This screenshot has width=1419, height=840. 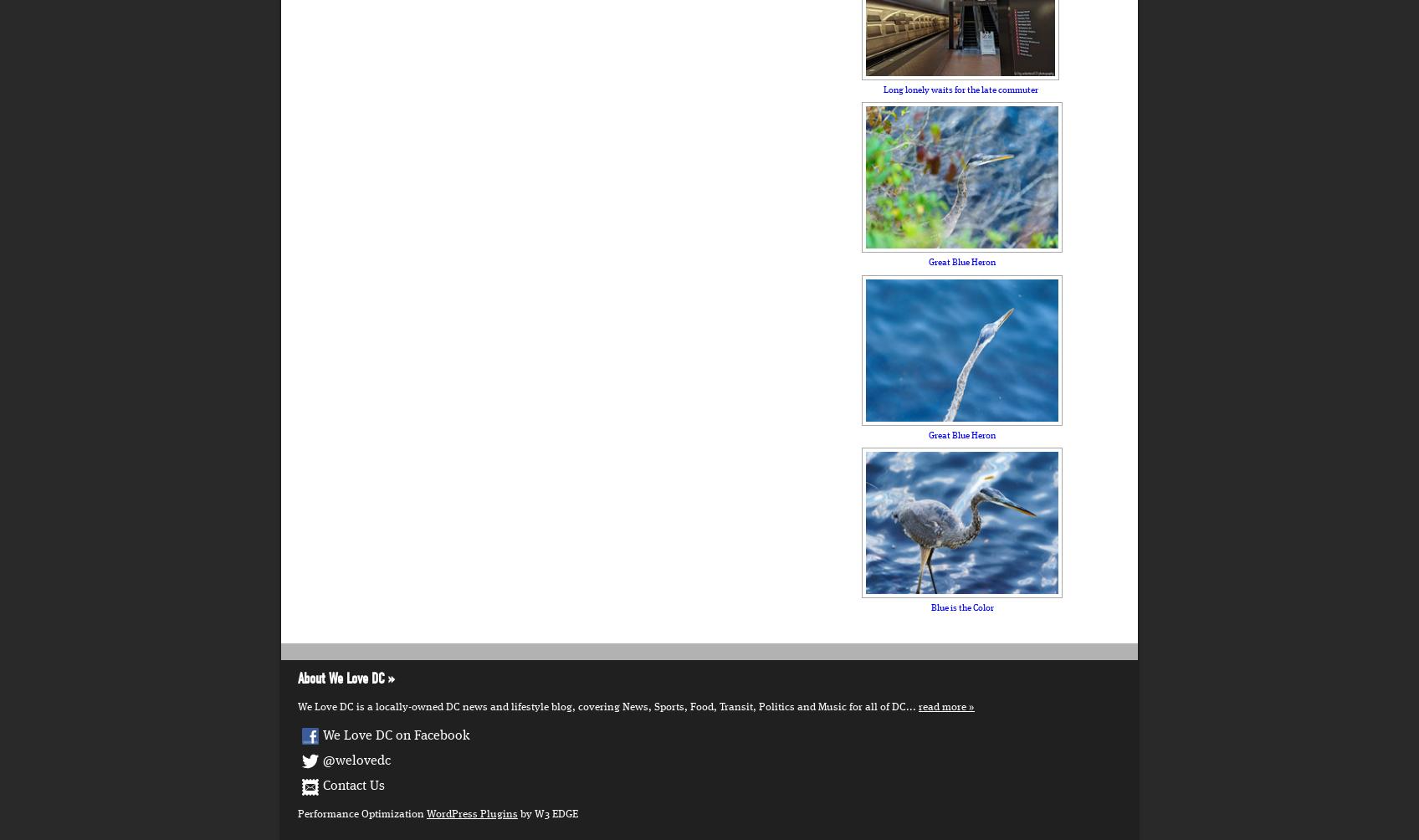 What do you see at coordinates (471, 812) in the screenshot?
I see `'WordPress Plugins'` at bounding box center [471, 812].